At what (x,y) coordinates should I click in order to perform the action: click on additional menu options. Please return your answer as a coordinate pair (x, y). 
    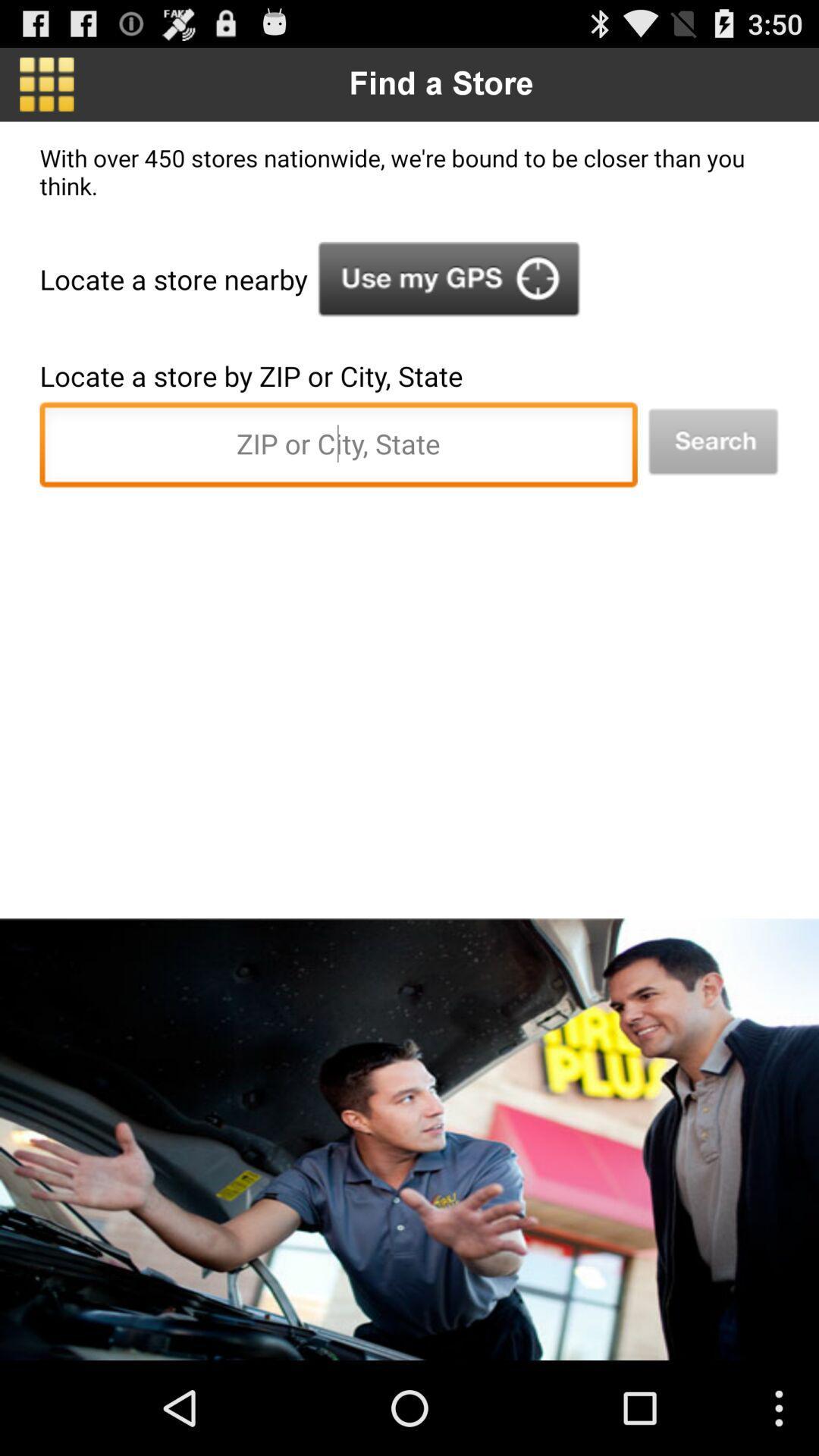
    Looking at the image, I should click on (45, 83).